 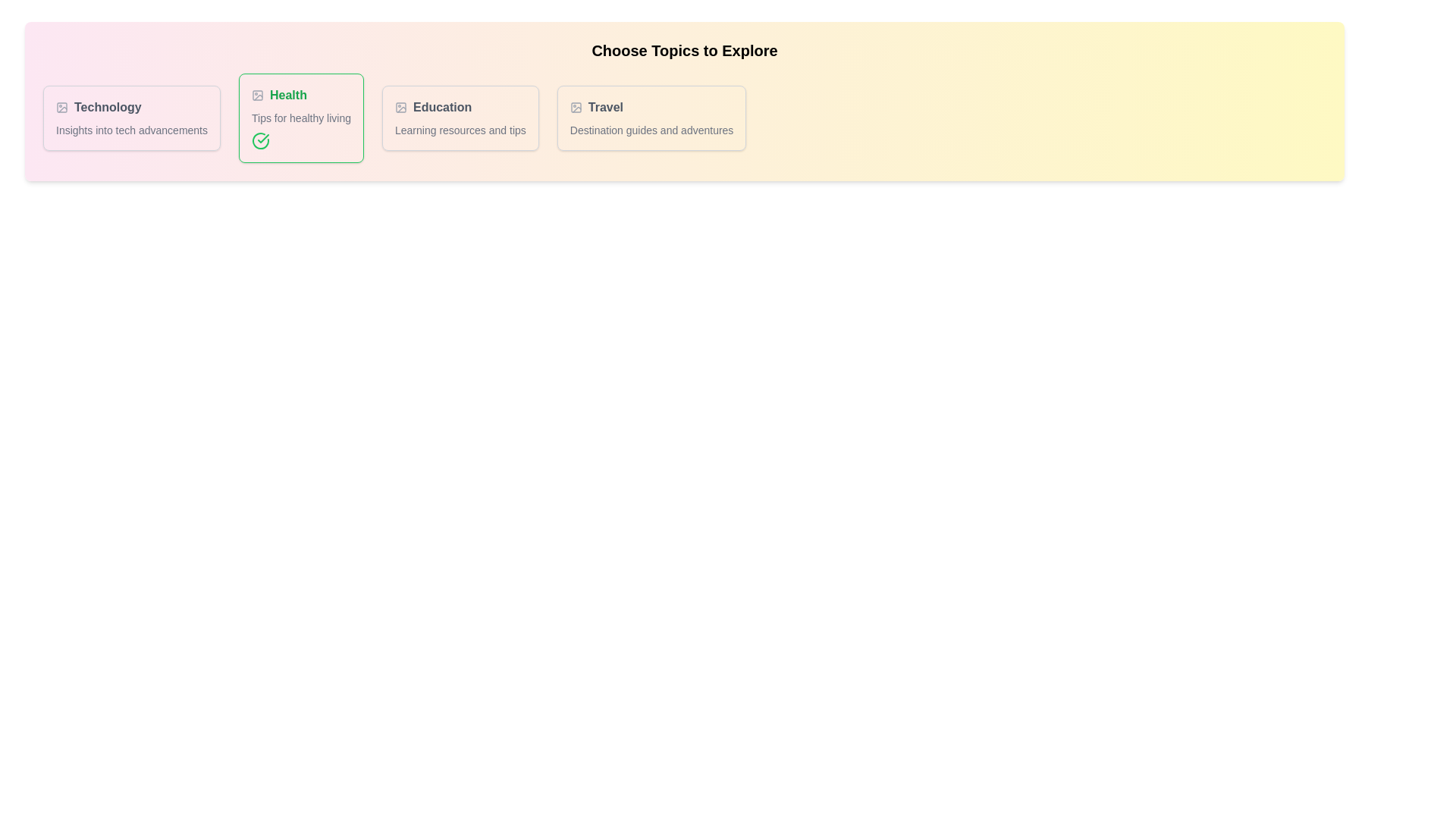 I want to click on the tag labeled Health to reveal its additional context, so click(x=301, y=96).